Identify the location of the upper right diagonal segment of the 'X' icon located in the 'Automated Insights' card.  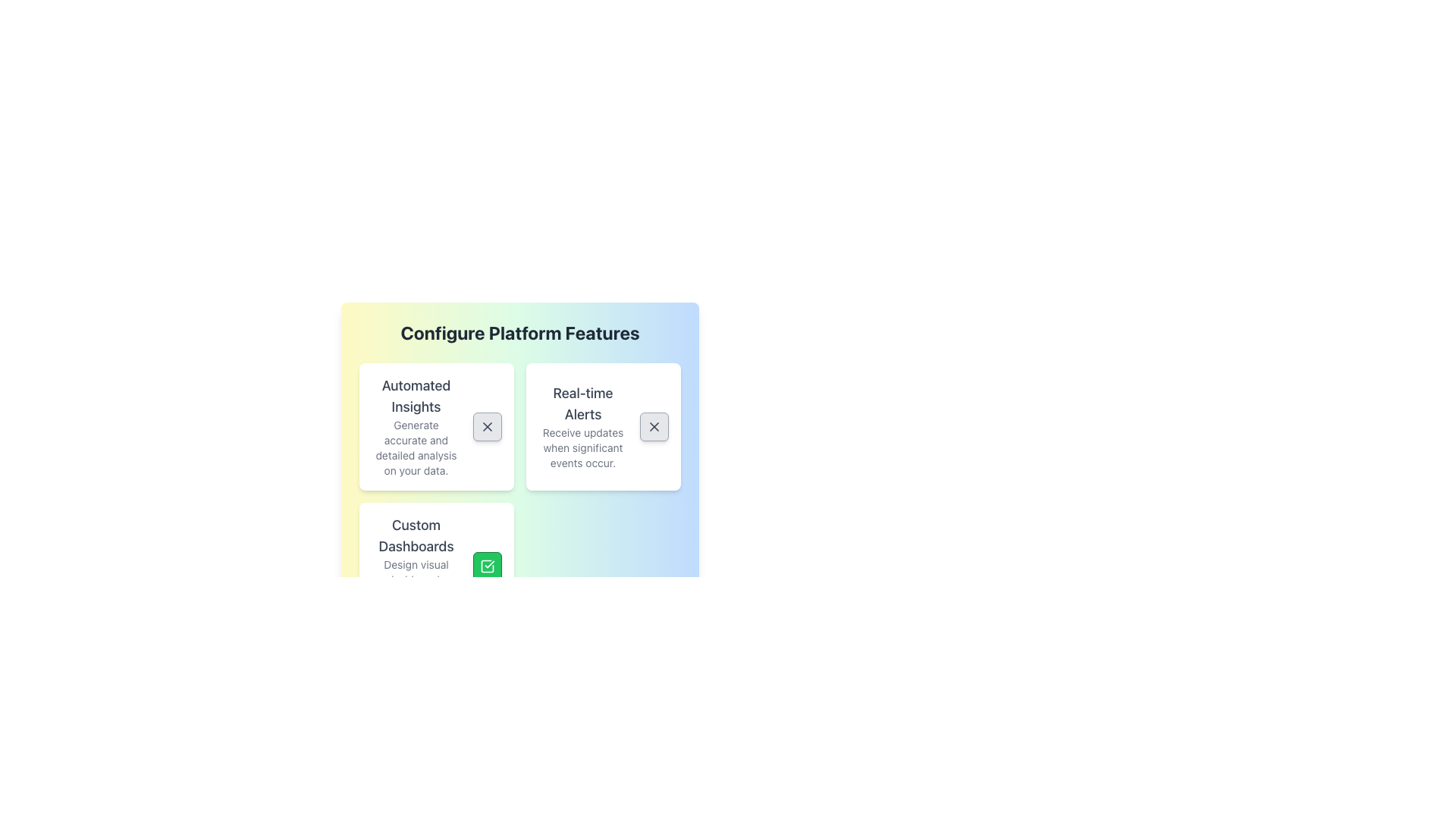
(488, 427).